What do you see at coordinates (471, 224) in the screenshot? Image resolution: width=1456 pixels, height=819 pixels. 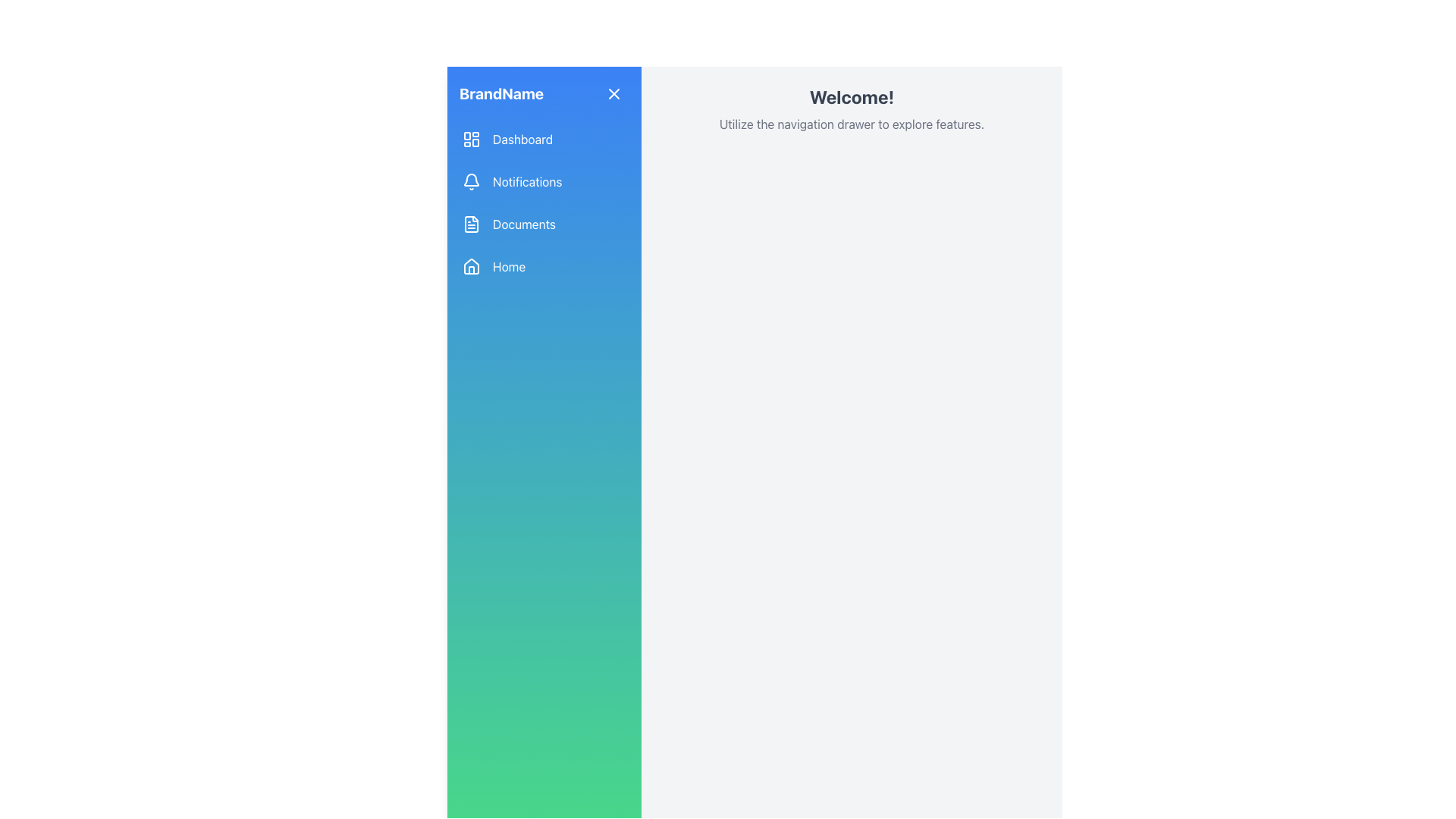 I see `the main rectangular portion of the 'Documents' icon in the navigation menu, which is the third item below 'Notifications' and above 'Home'` at bounding box center [471, 224].